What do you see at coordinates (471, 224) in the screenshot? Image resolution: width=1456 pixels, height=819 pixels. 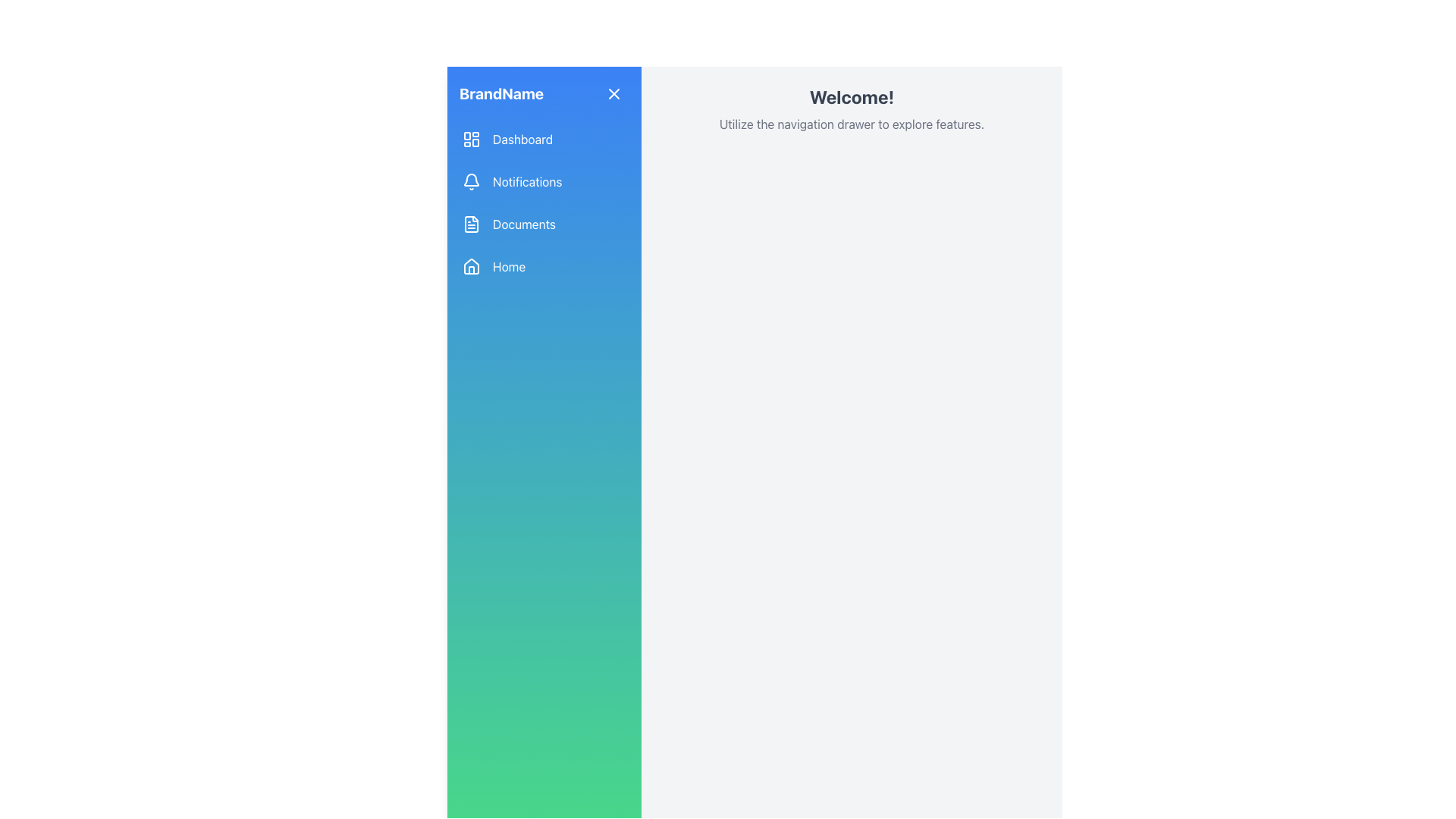 I see `the main rectangular portion of the 'Documents' icon in the navigation menu, which is the third item below 'Notifications' and above 'Home'` at bounding box center [471, 224].